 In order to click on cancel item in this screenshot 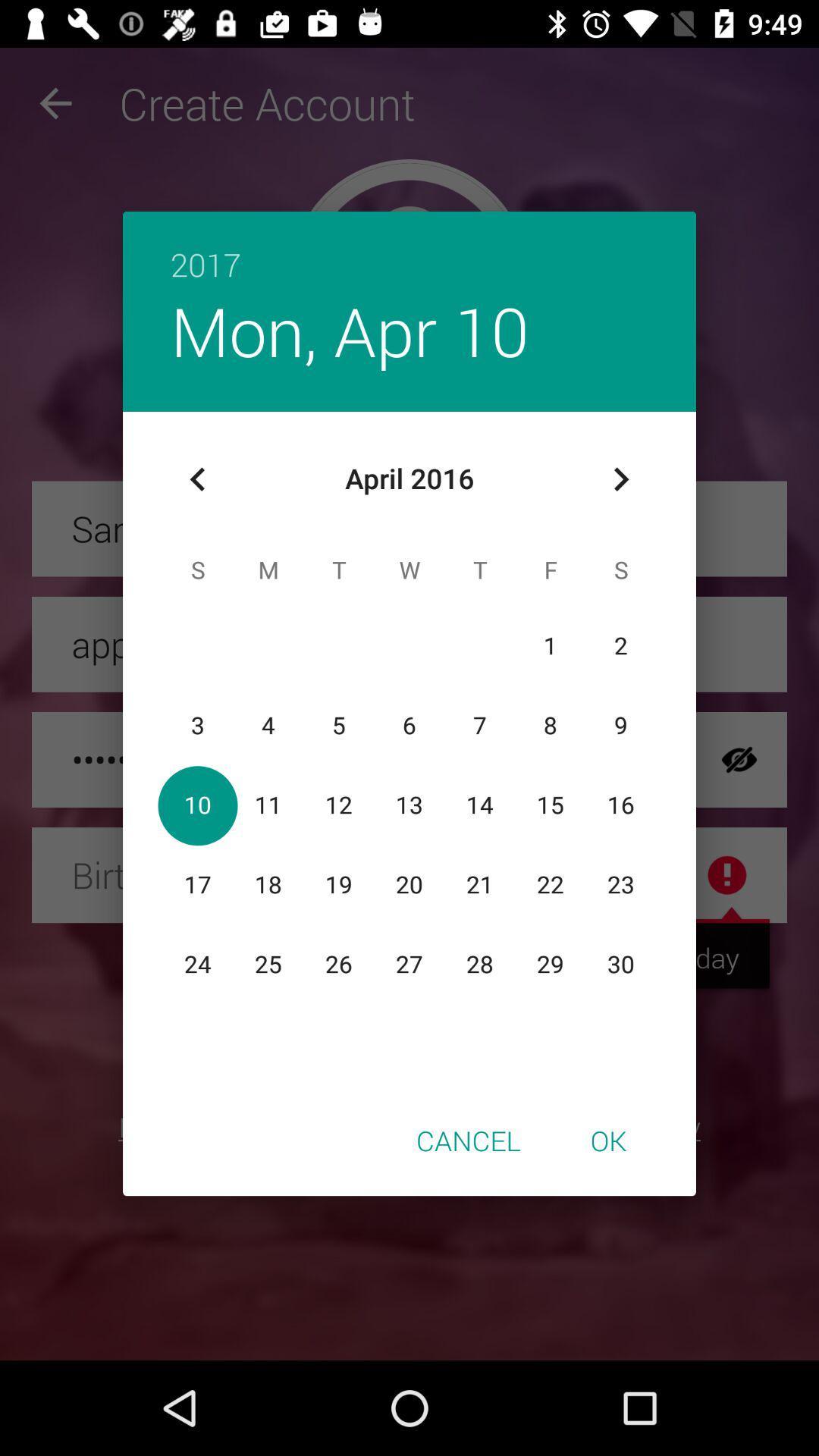, I will do `click(467, 1140)`.